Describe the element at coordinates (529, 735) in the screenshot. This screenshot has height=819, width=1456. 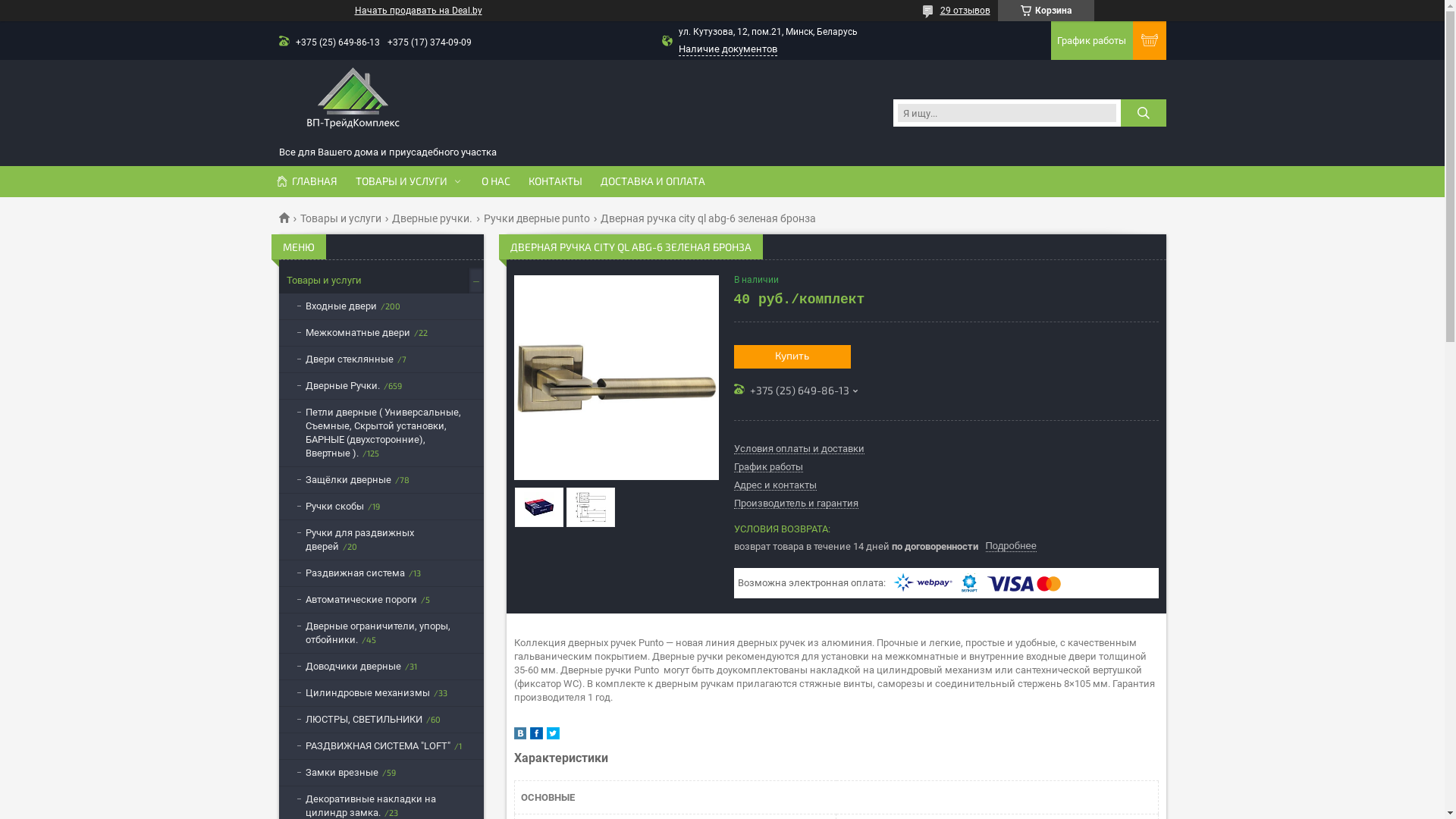
I see `'facebook'` at that location.